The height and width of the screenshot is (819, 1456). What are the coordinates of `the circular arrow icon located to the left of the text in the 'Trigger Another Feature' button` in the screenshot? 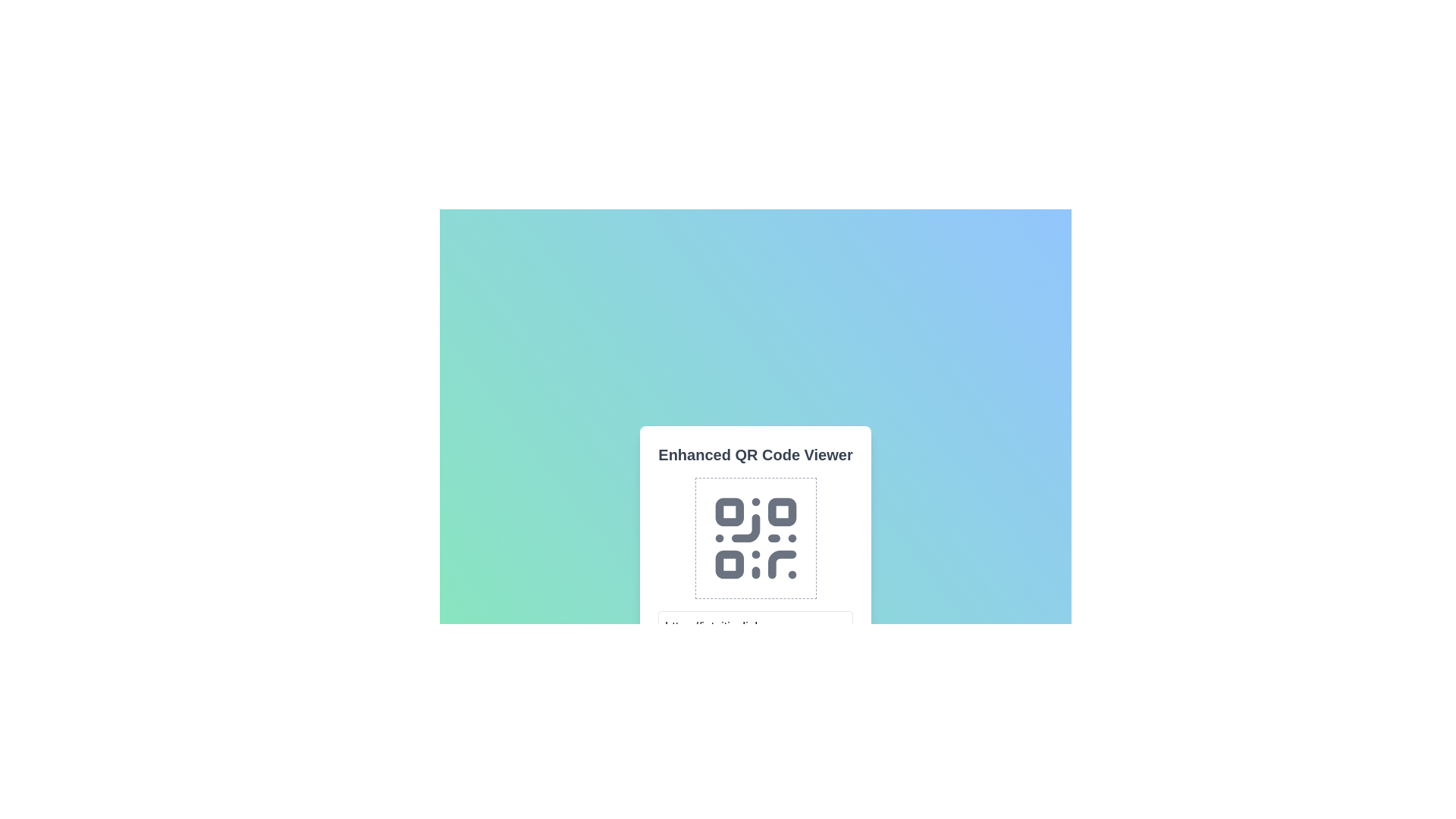 It's located at (687, 778).